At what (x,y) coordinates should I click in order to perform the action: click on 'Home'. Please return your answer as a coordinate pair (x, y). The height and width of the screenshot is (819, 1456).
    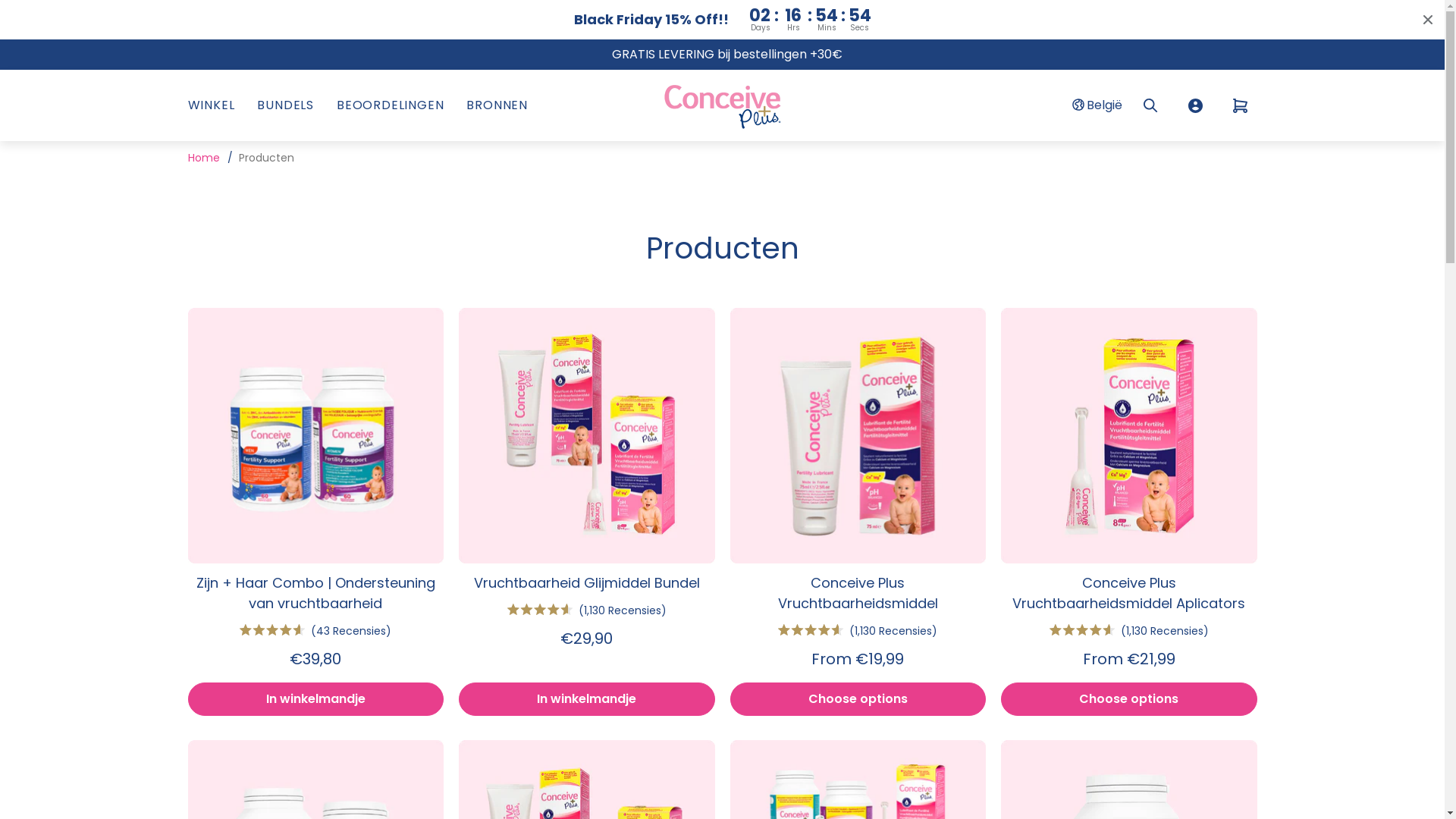
    Looking at the image, I should click on (204, 158).